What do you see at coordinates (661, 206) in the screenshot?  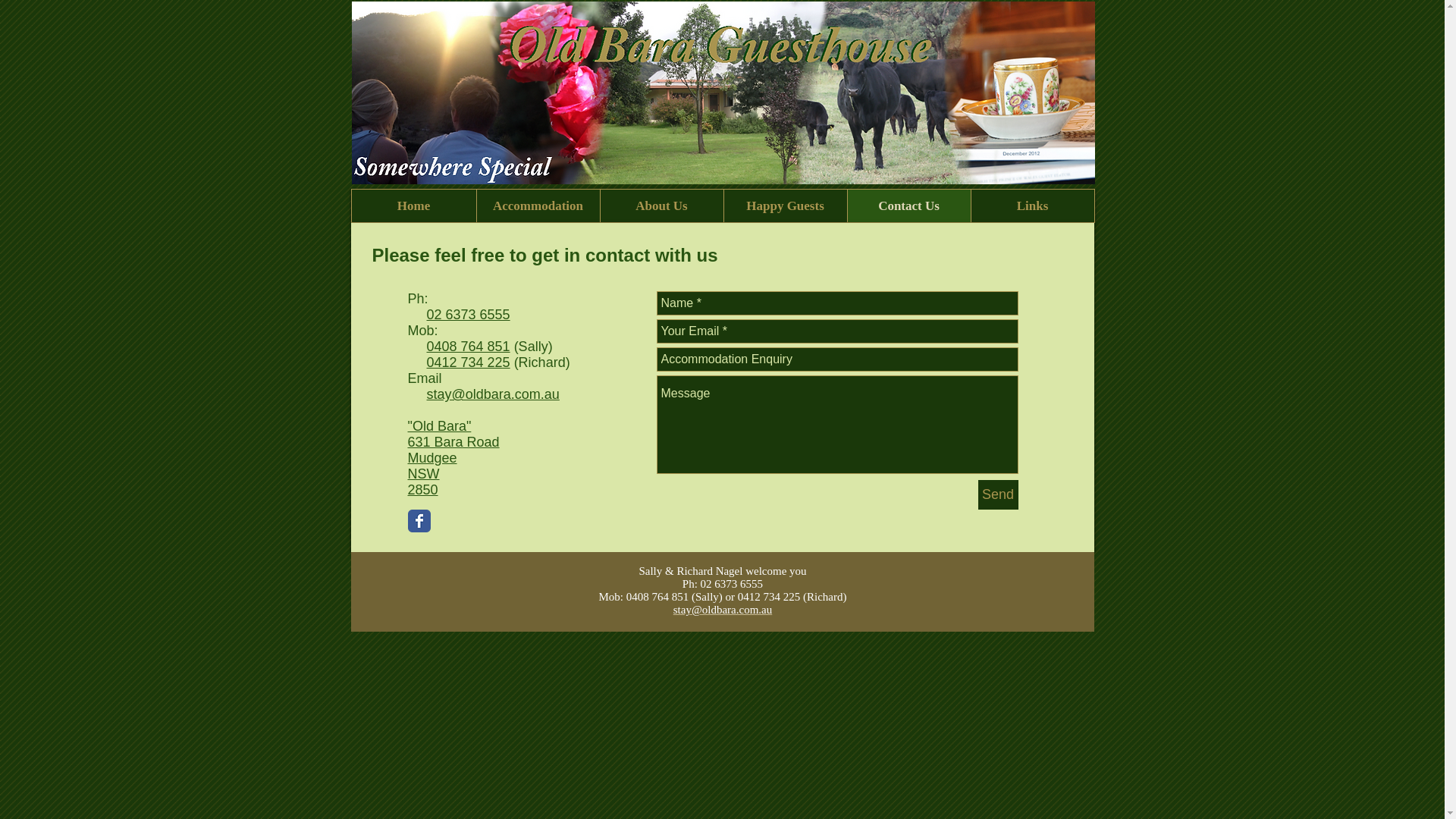 I see `'About Us'` at bounding box center [661, 206].